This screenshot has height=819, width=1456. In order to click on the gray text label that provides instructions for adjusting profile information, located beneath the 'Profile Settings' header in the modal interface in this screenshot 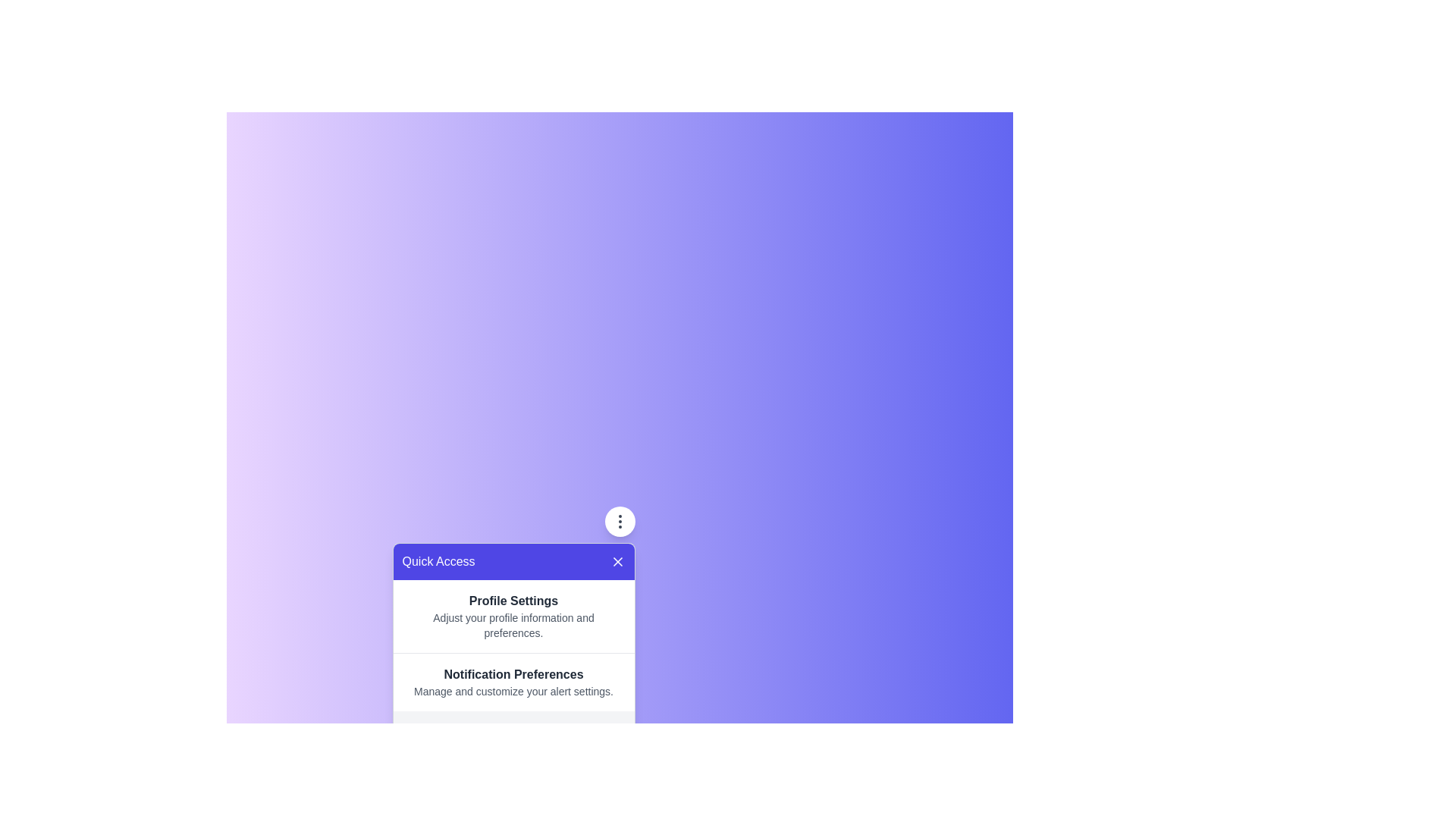, I will do `click(513, 626)`.